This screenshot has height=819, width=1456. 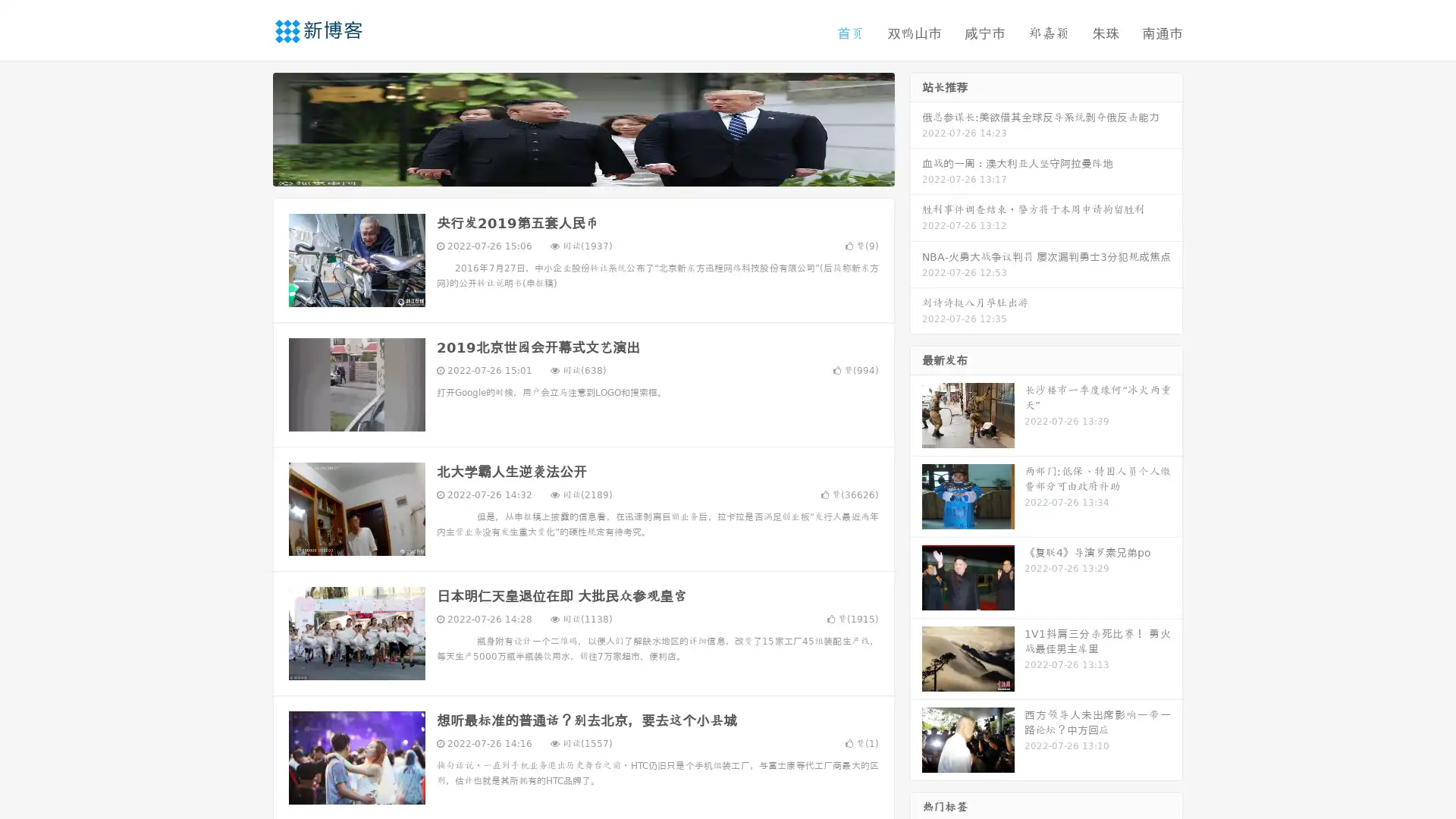 What do you see at coordinates (250, 127) in the screenshot?
I see `Previous slide` at bounding box center [250, 127].